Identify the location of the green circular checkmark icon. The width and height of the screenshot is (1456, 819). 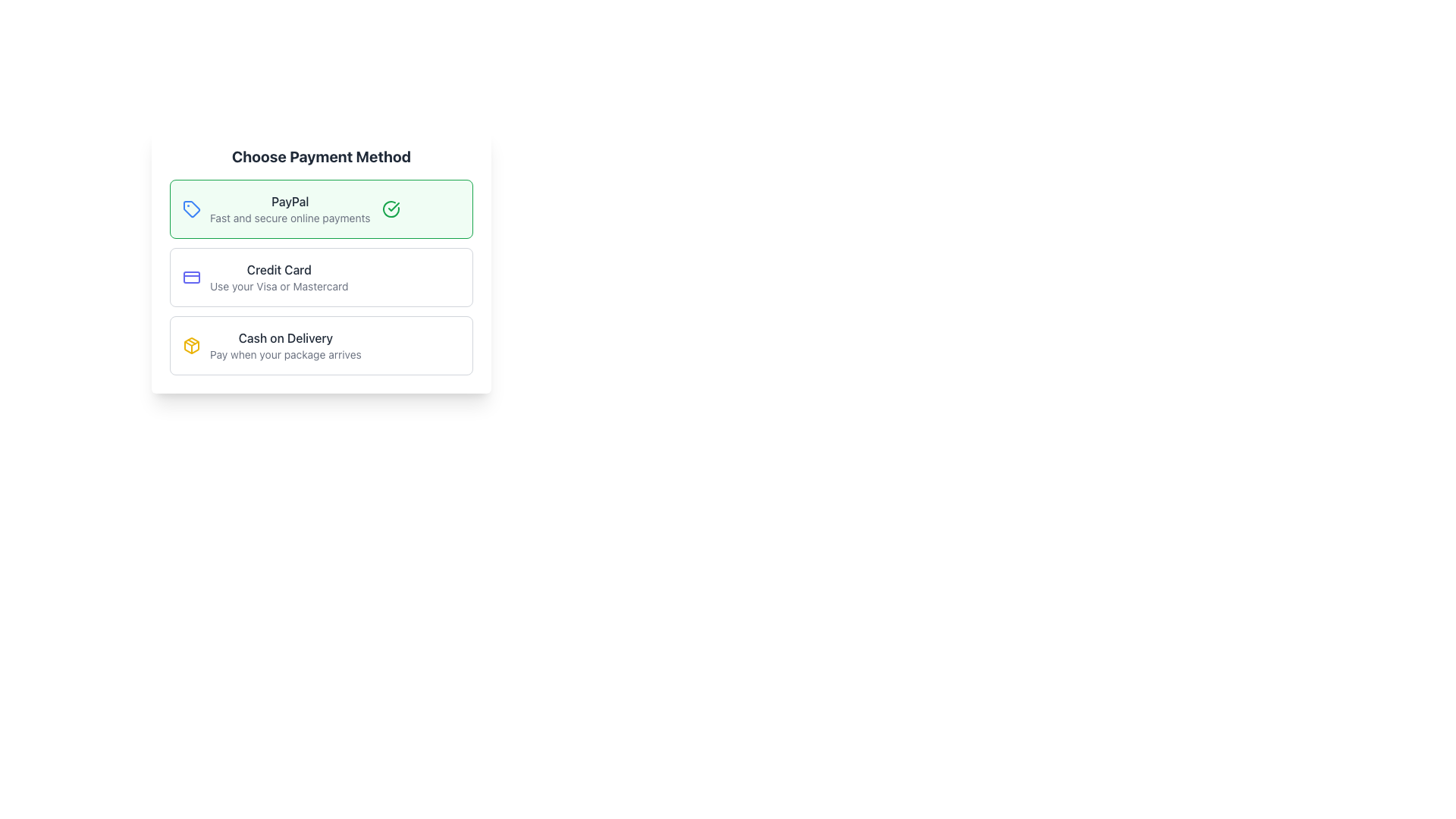
(391, 209).